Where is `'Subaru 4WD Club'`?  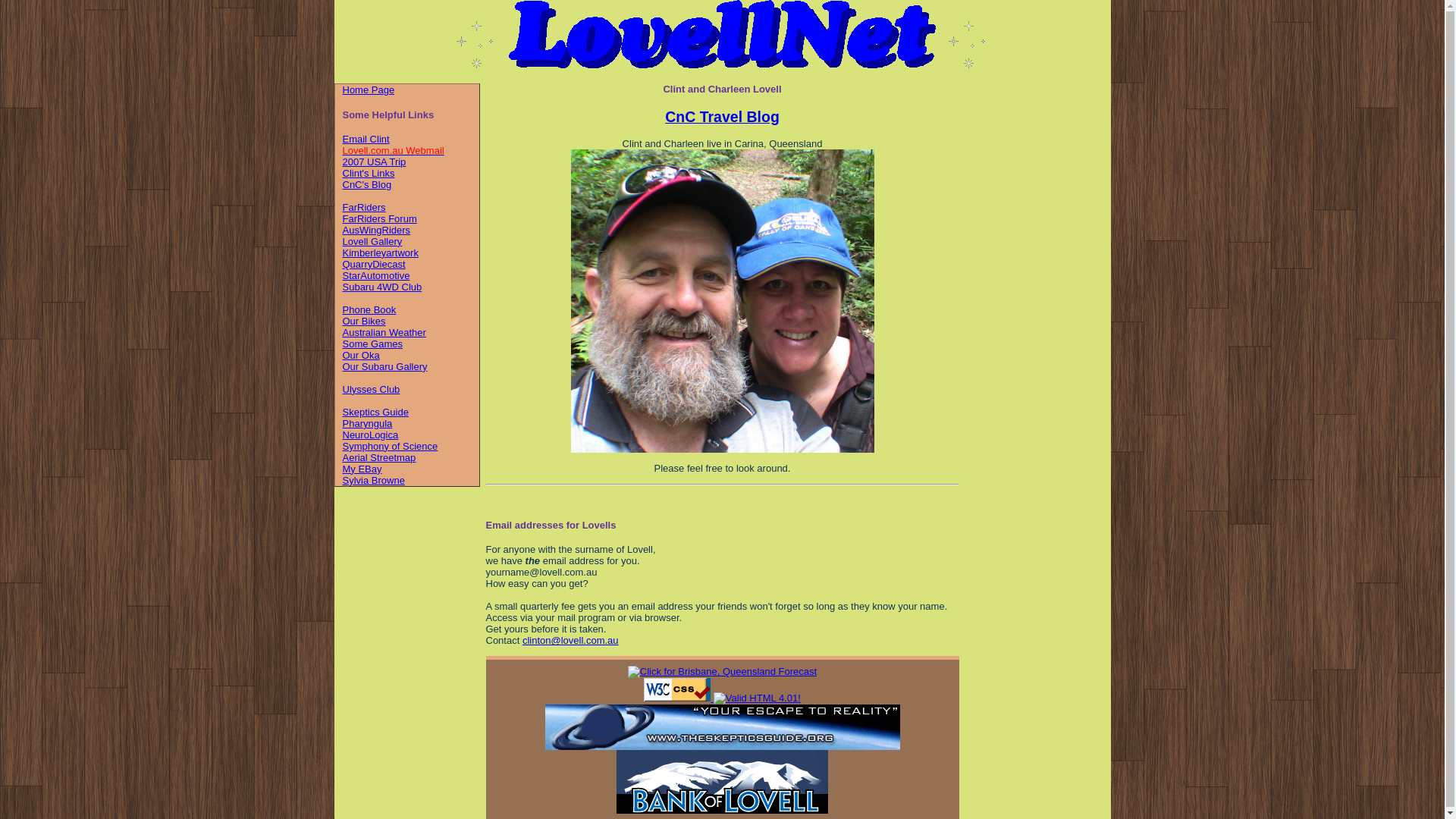
'Subaru 4WD Club' is located at coordinates (382, 287).